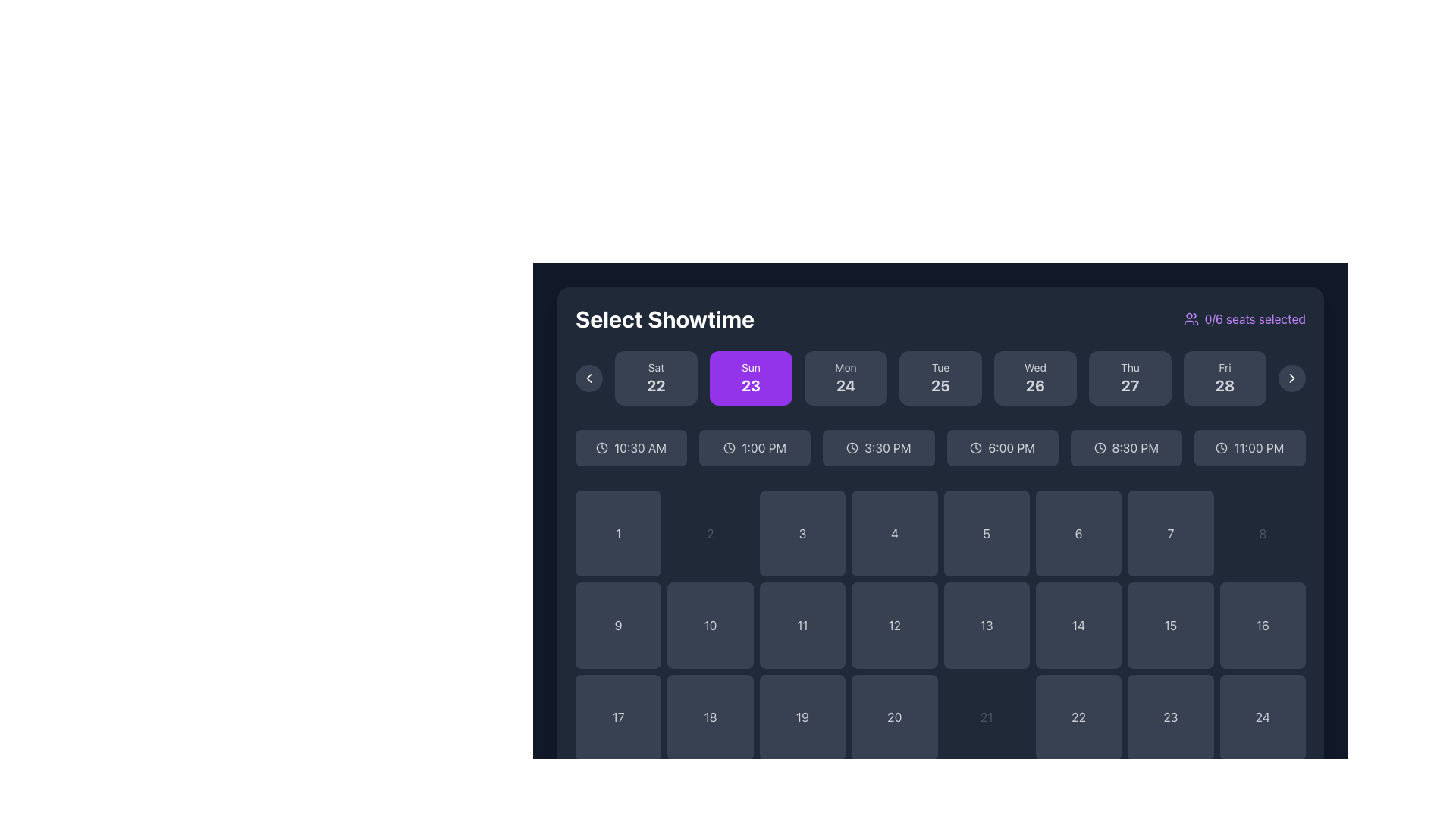 This screenshot has height=819, width=1456. Describe the element at coordinates (656, 368) in the screenshot. I see `text label indicating the day of the week, which displays 'Sat' for the date button '22' in the calendar interface` at that location.